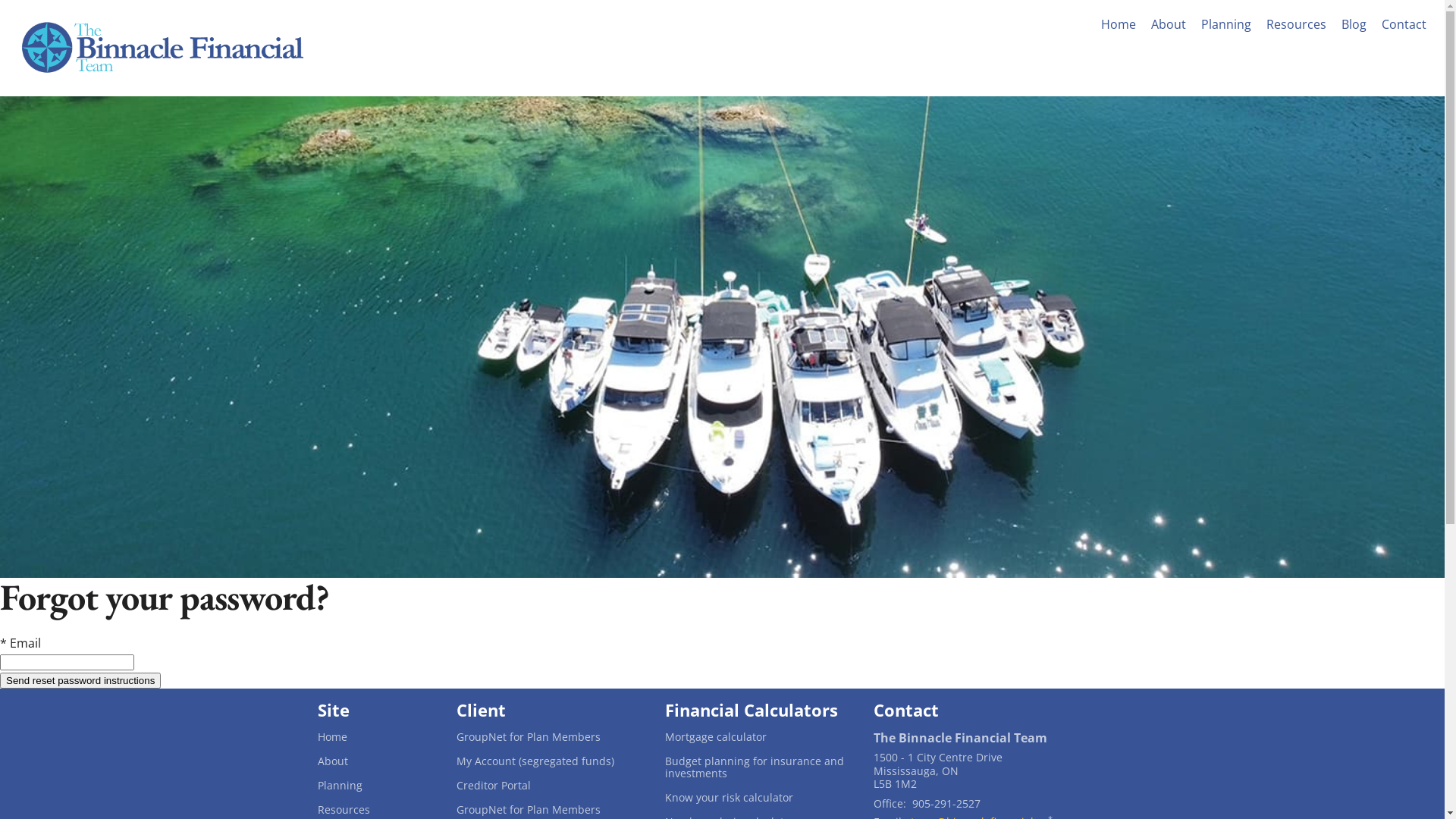 This screenshot has width=1456, height=819. Describe the element at coordinates (79, 679) in the screenshot. I see `'Send reset password instructions'` at that location.